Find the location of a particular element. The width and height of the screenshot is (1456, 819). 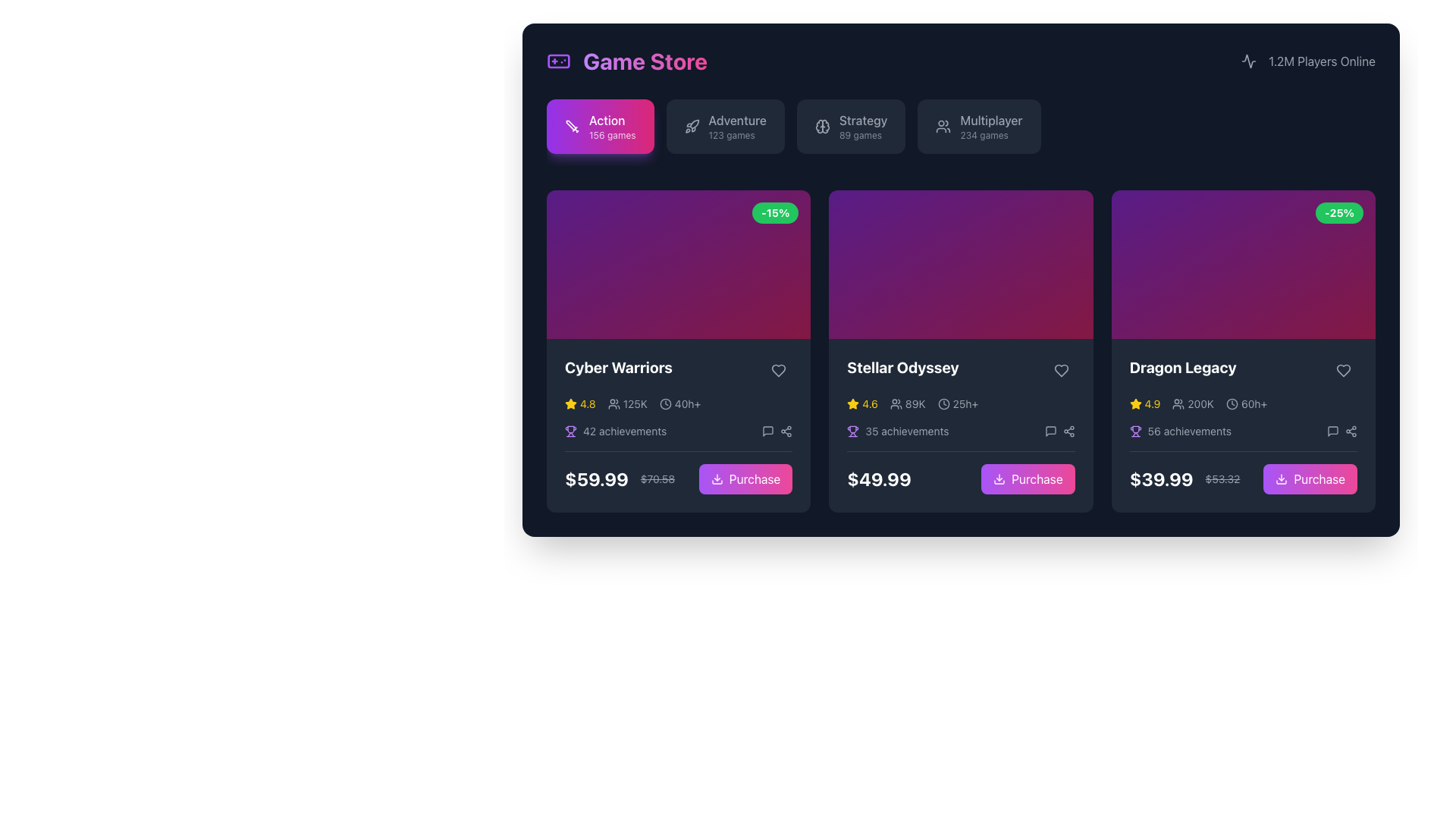

the favorite toggle icon button located at the upper right corner of the 'Stellar Odyssey' content card to like or unlike the associated game or item is located at coordinates (1060, 370).